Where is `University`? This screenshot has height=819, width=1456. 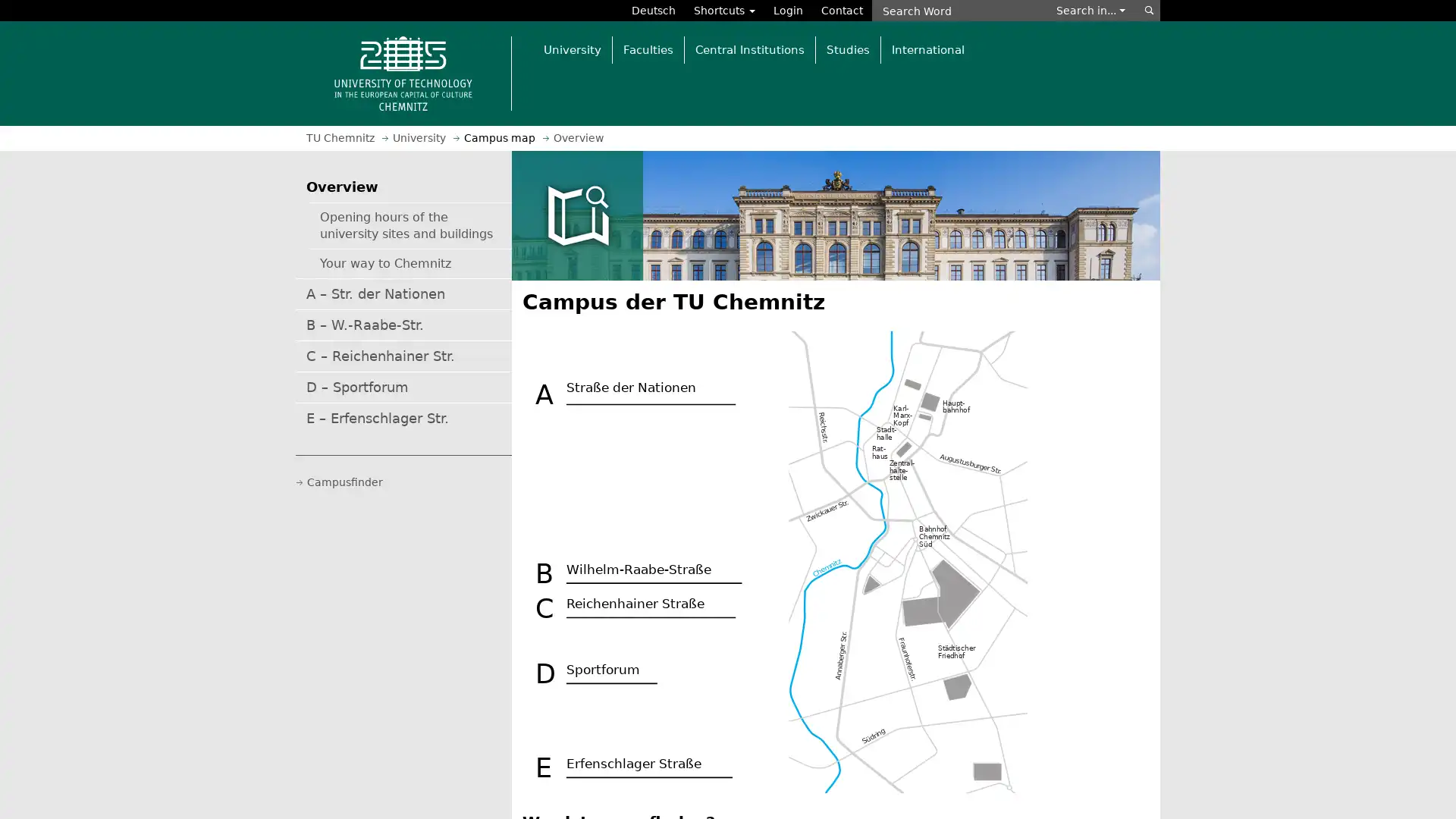
University is located at coordinates (571, 49).